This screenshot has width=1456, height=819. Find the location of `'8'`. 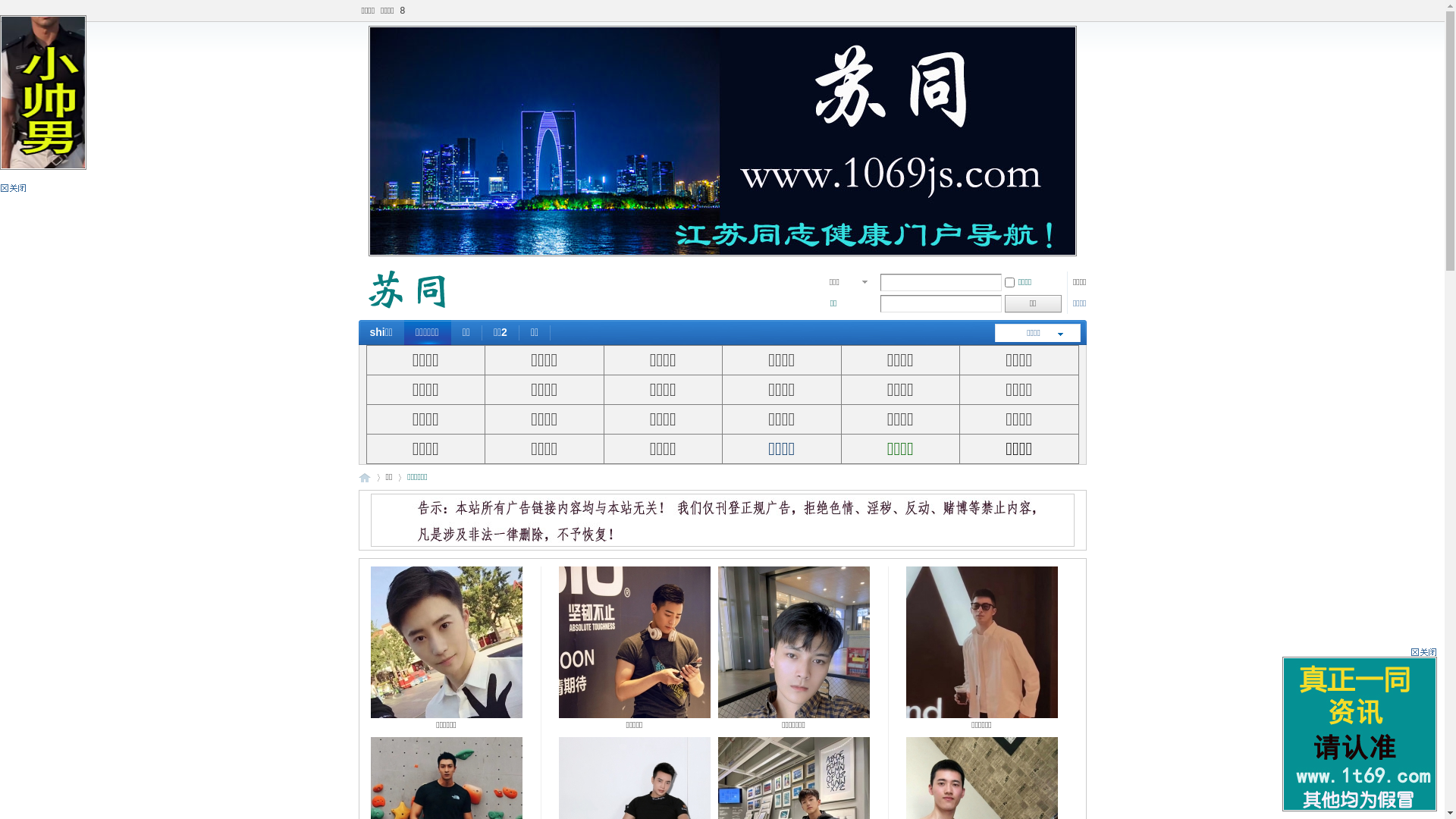

'8' is located at coordinates (403, 11).